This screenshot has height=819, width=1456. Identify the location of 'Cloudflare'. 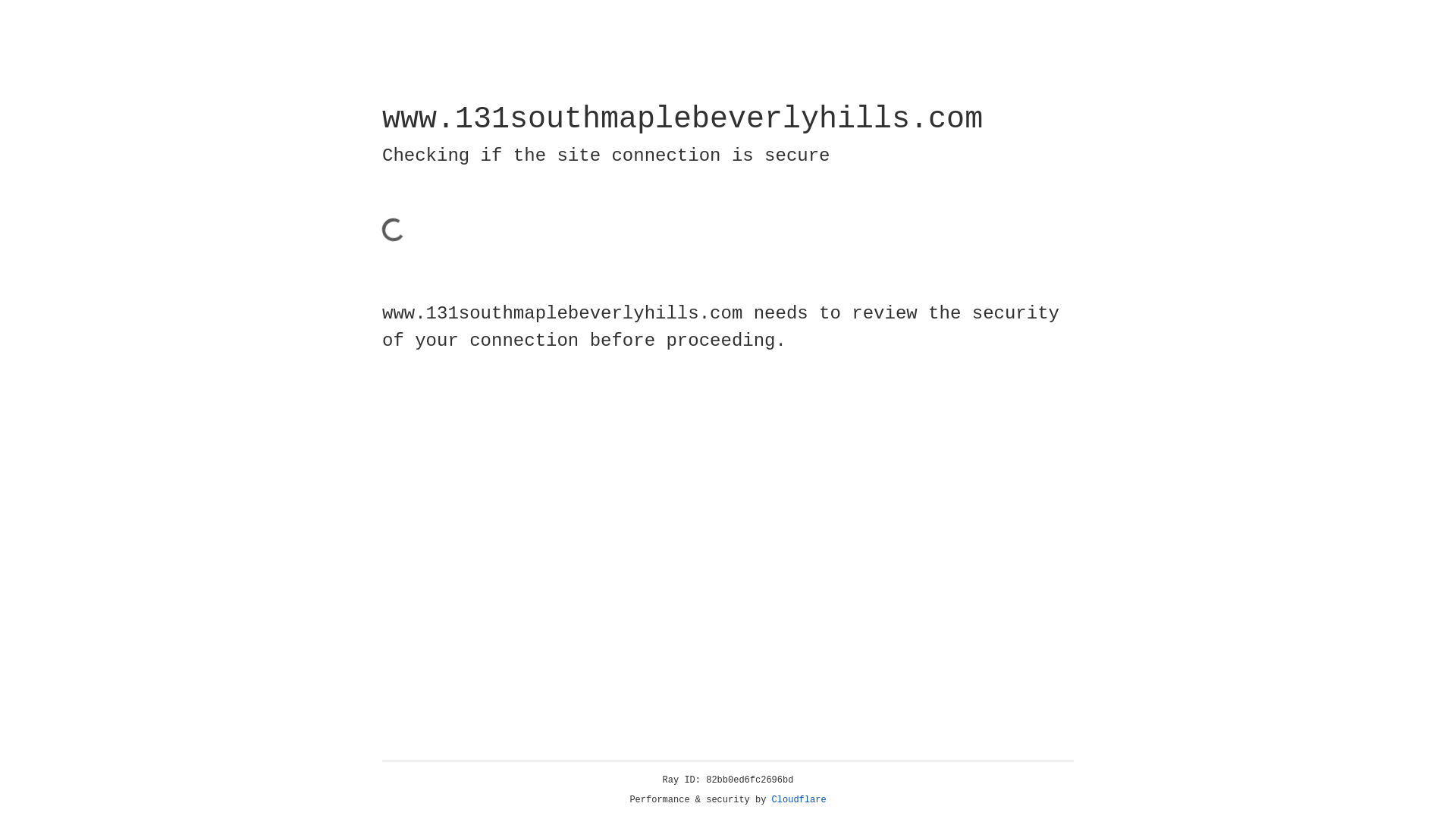
(771, 799).